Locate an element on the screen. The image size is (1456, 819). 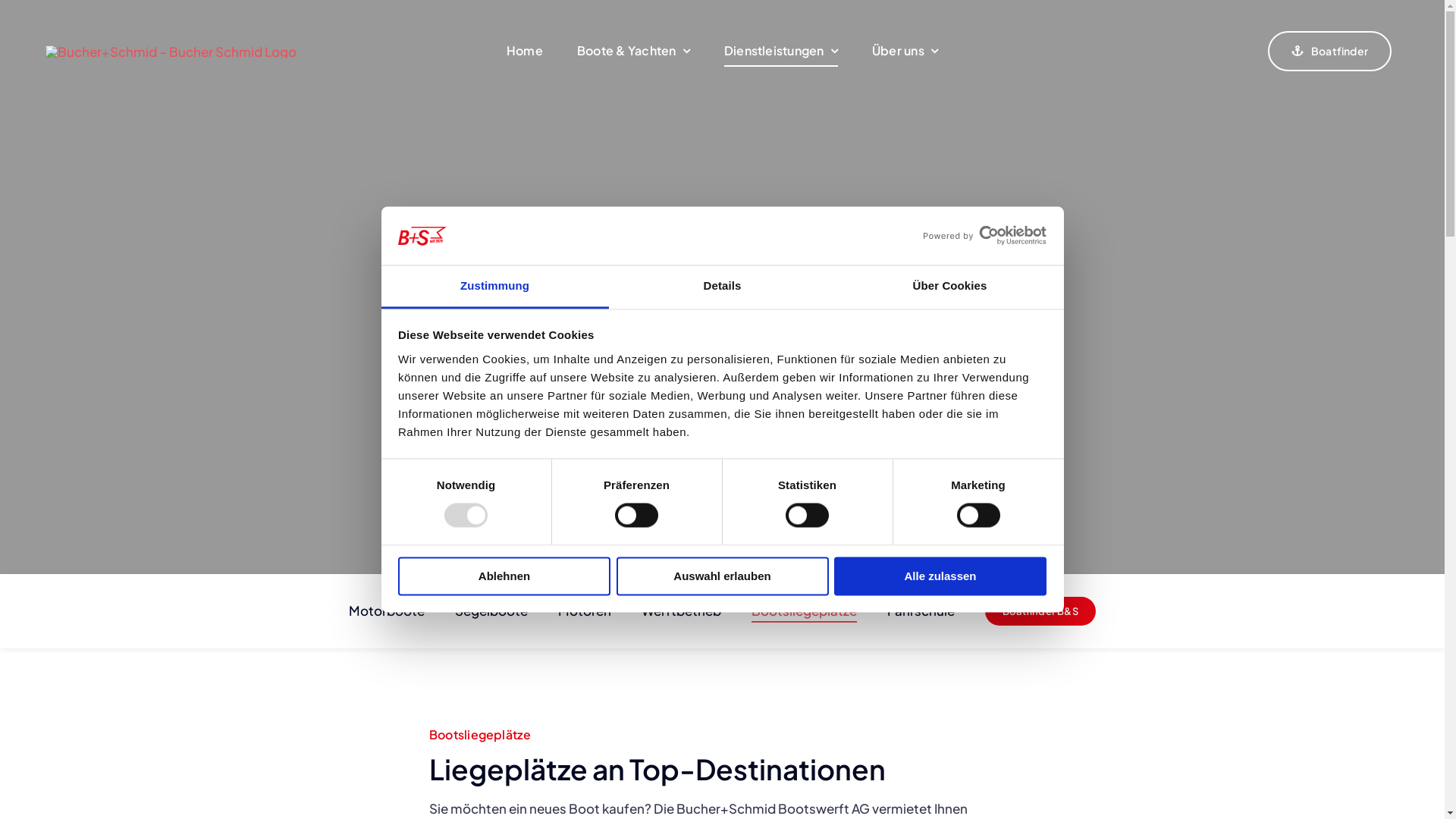
'Auswahl erlauben' is located at coordinates (720, 576).